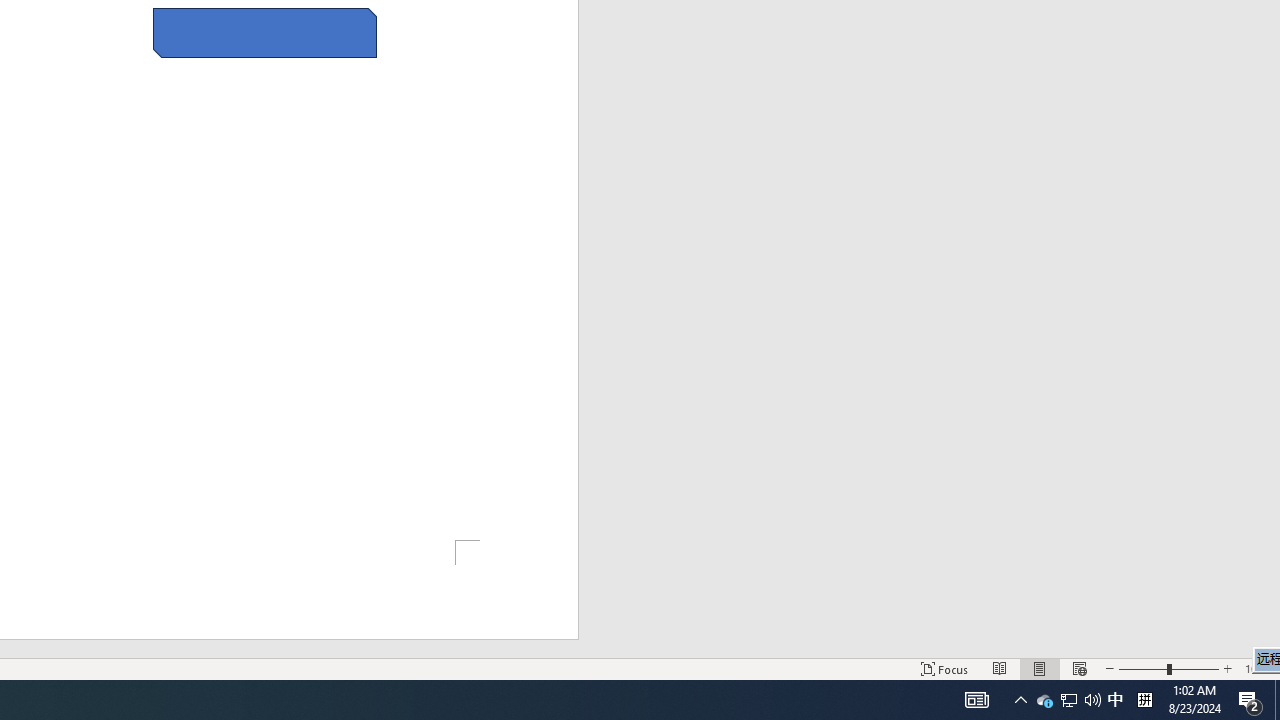  What do you see at coordinates (1168, 669) in the screenshot?
I see `'Zoom'` at bounding box center [1168, 669].